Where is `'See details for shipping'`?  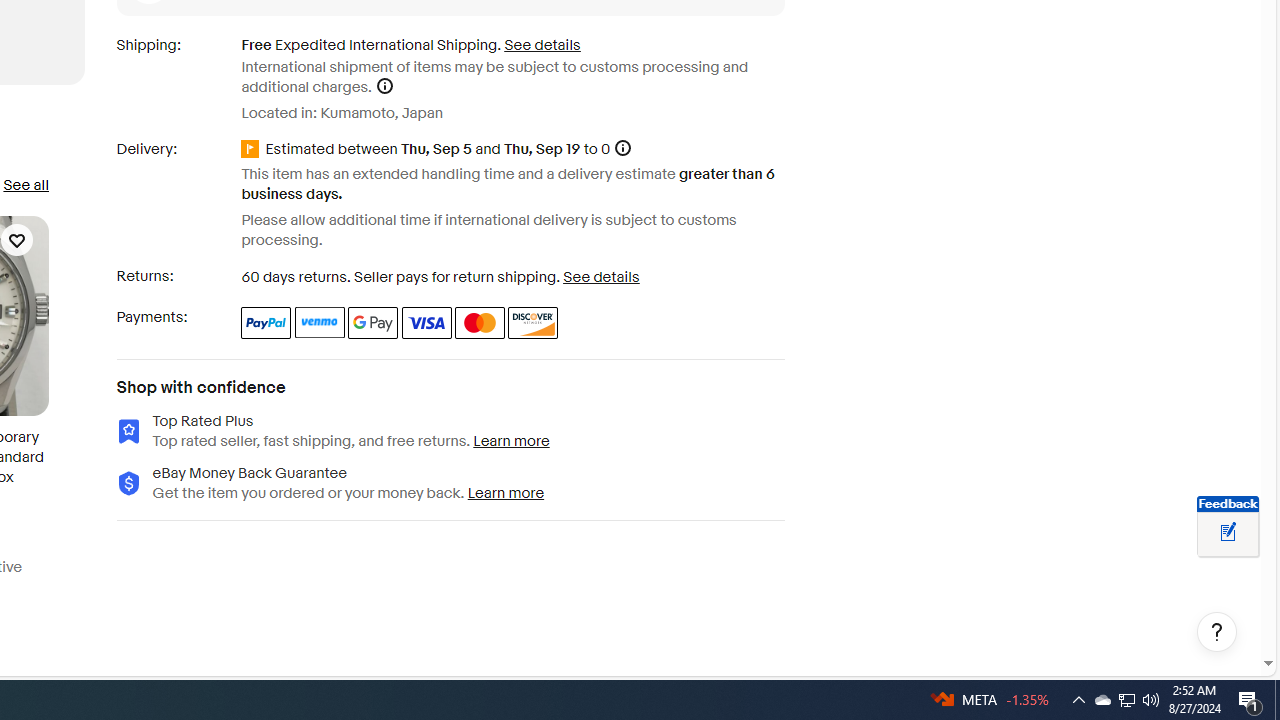
'See details for shipping' is located at coordinates (542, 45).